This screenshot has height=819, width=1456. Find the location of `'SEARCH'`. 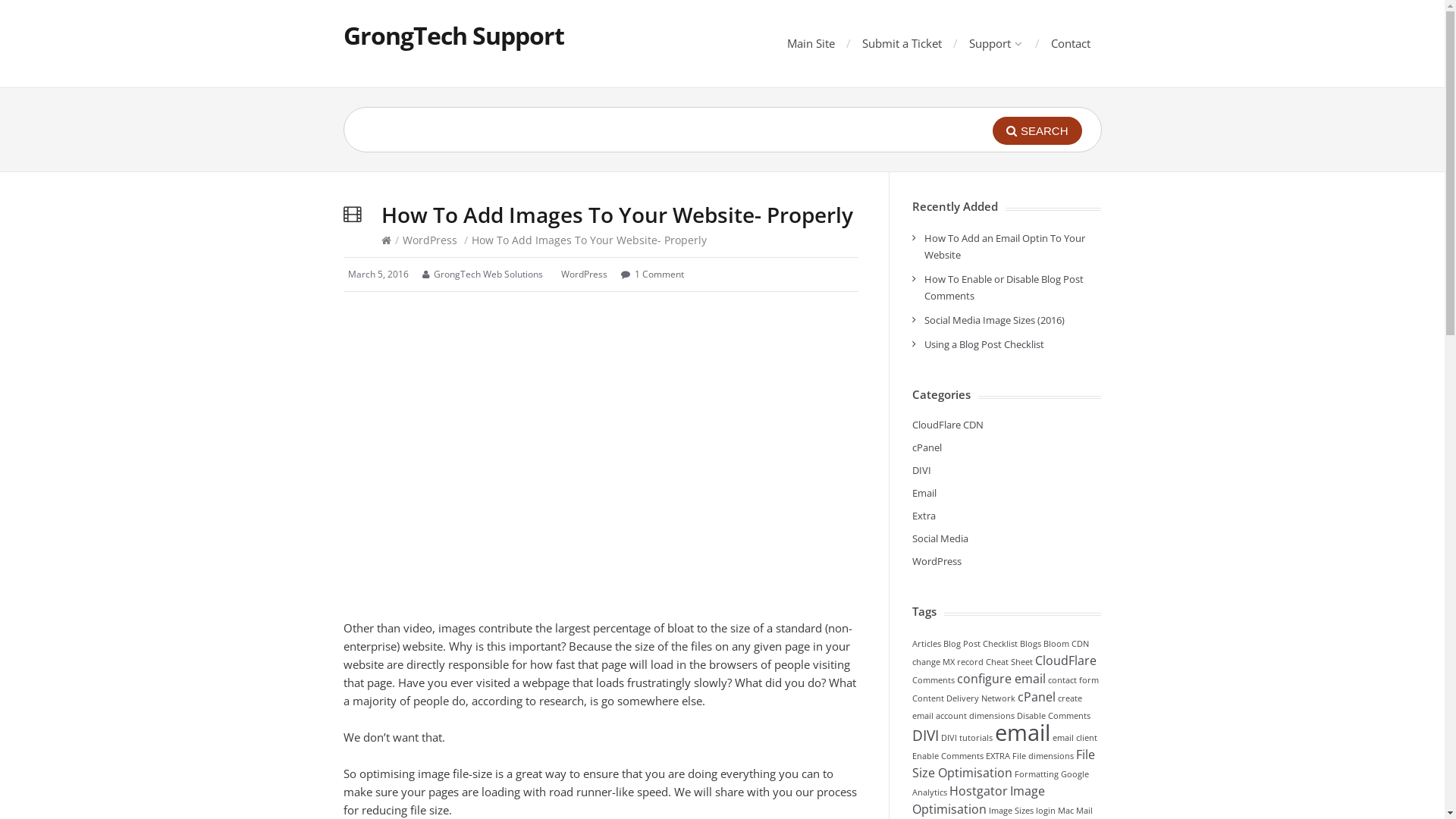

'SEARCH' is located at coordinates (1037, 130).